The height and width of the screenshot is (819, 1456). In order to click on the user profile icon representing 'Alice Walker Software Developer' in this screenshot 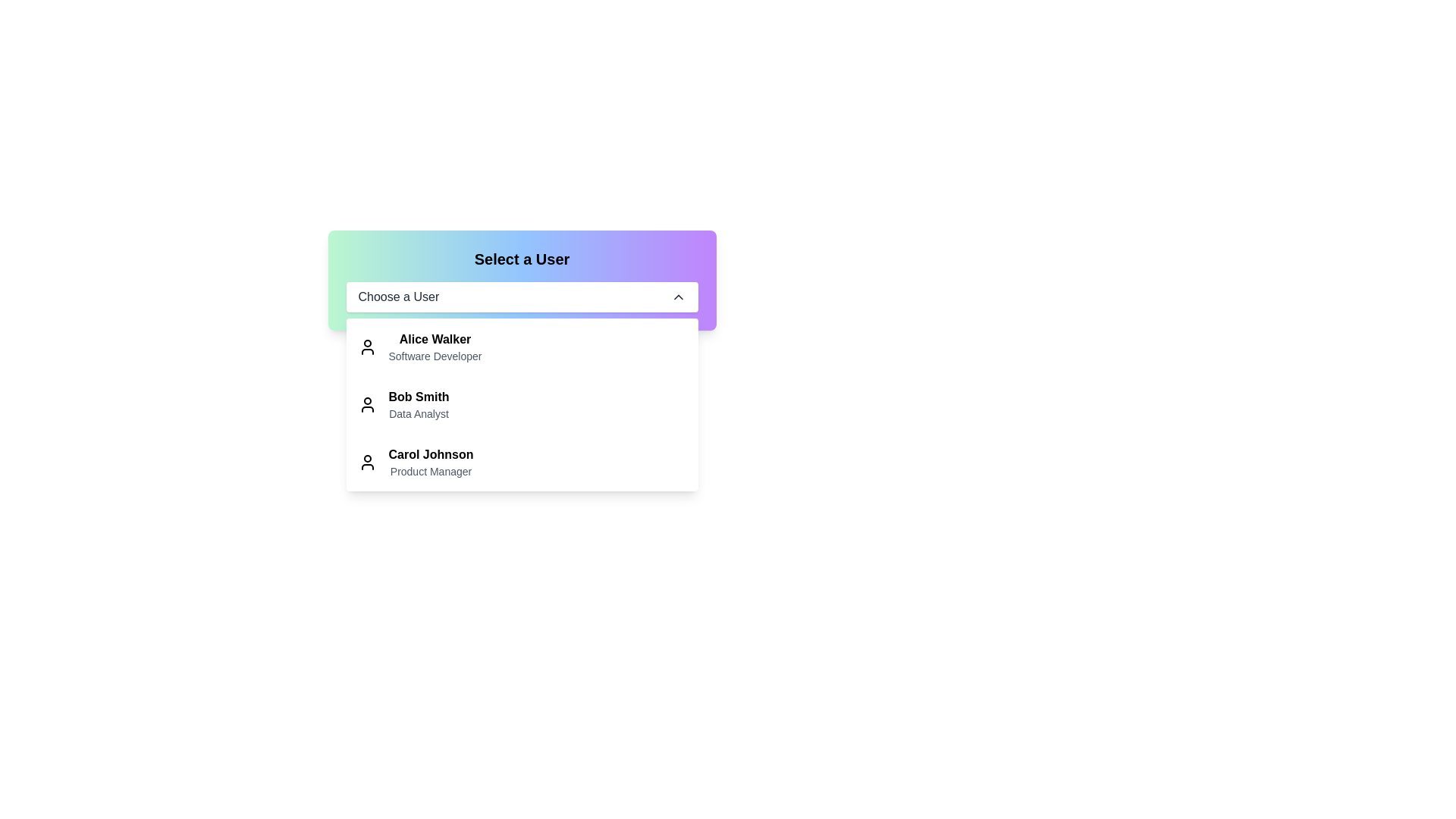, I will do `click(367, 347)`.